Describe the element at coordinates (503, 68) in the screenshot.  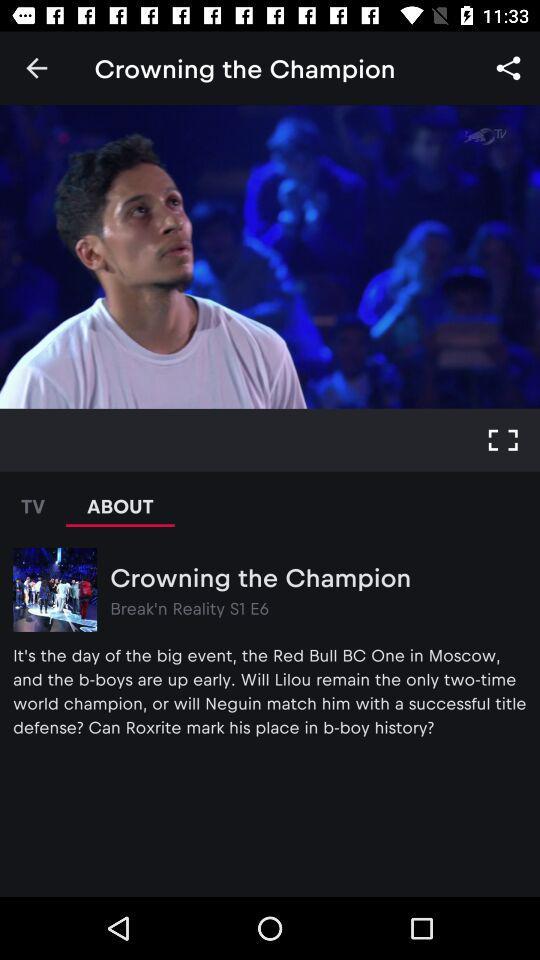
I see `icon next to the text crowing the champion` at that location.